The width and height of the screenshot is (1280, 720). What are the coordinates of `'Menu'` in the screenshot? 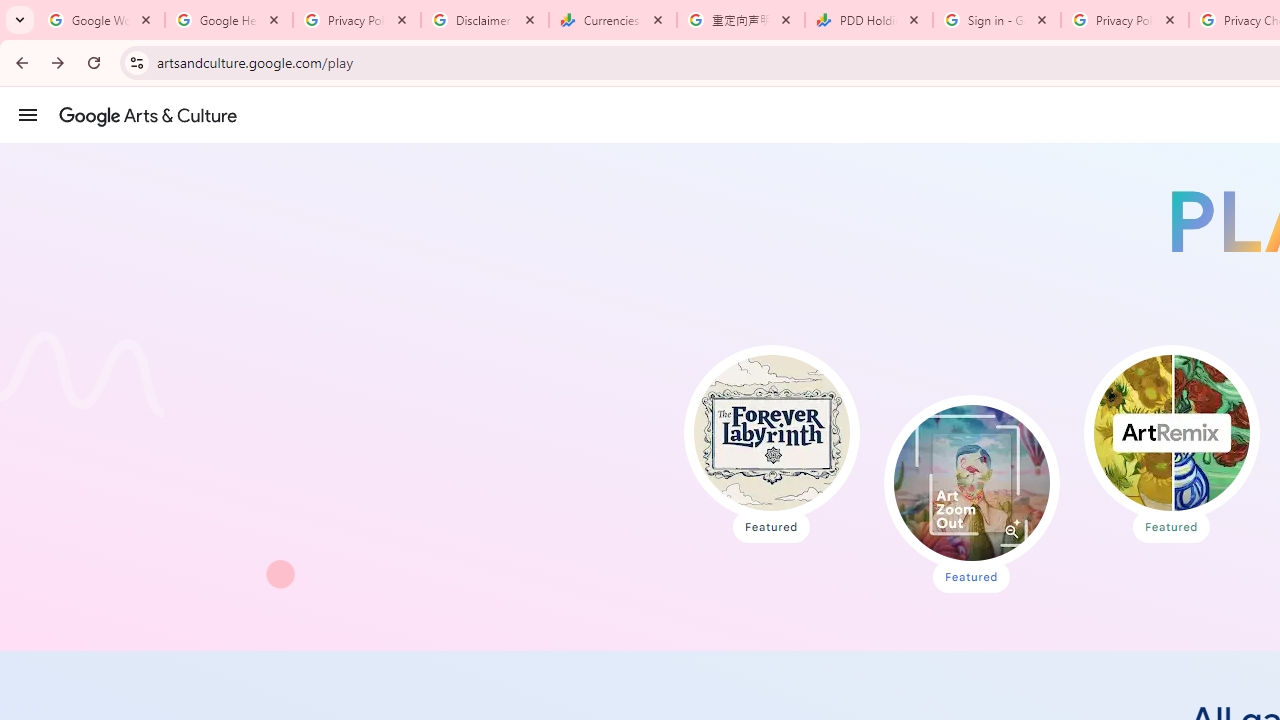 It's located at (28, 114).